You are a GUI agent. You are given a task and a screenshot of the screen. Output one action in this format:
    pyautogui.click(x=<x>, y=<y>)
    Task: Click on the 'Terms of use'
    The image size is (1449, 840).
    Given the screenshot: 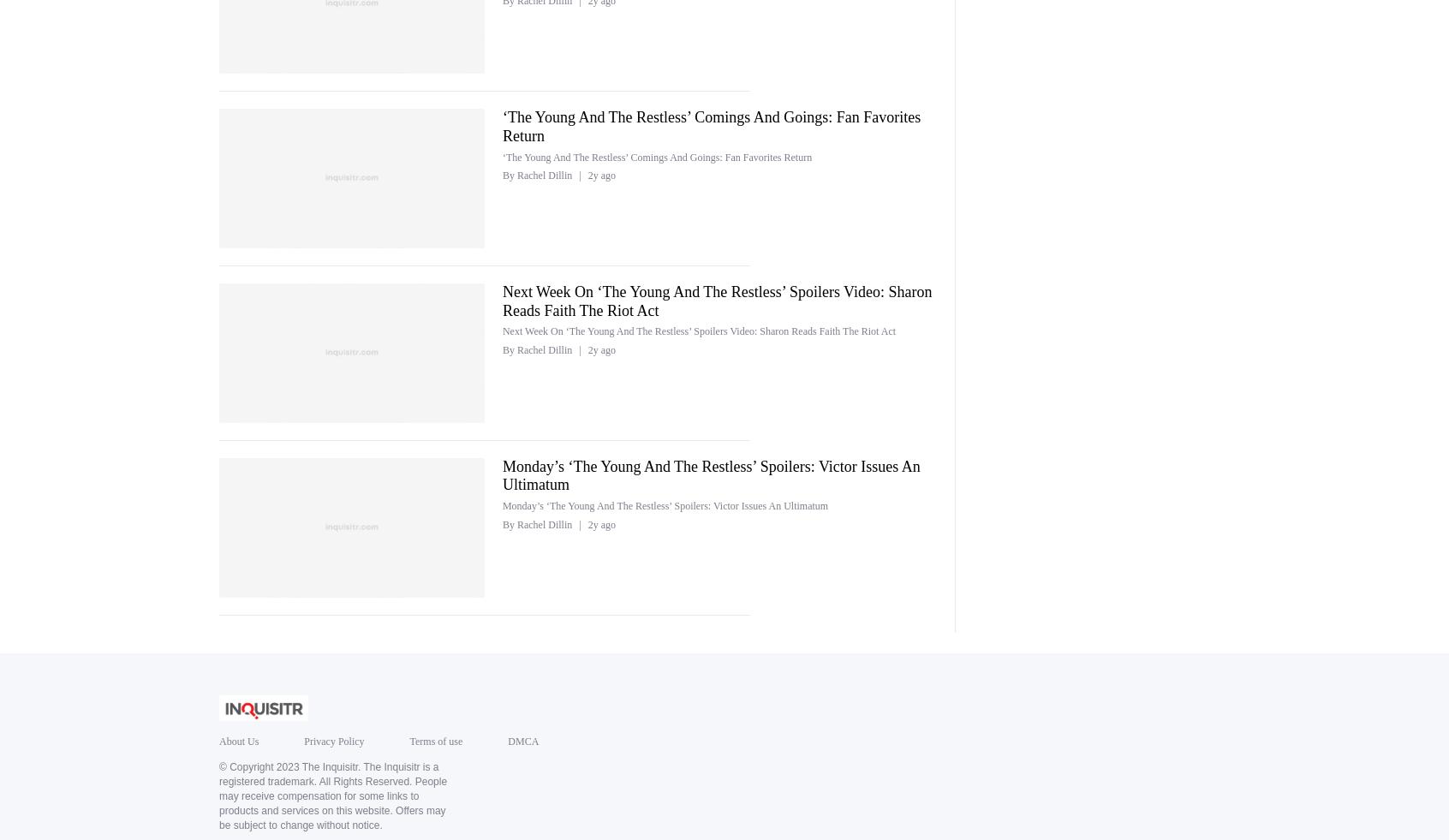 What is the action you would take?
    pyautogui.click(x=435, y=741)
    